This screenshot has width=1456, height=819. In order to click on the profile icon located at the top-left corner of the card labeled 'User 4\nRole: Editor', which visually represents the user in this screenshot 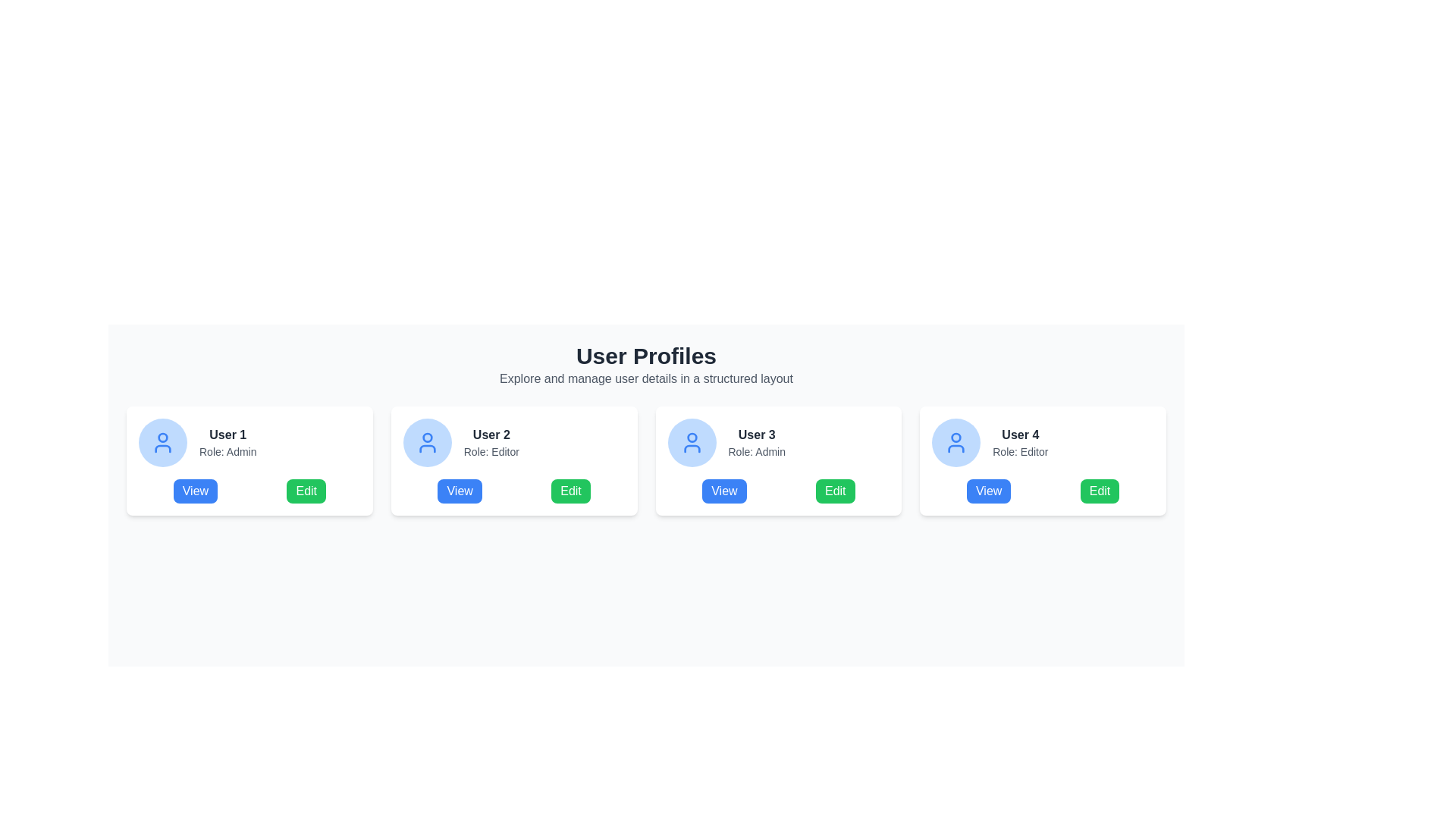, I will do `click(955, 442)`.